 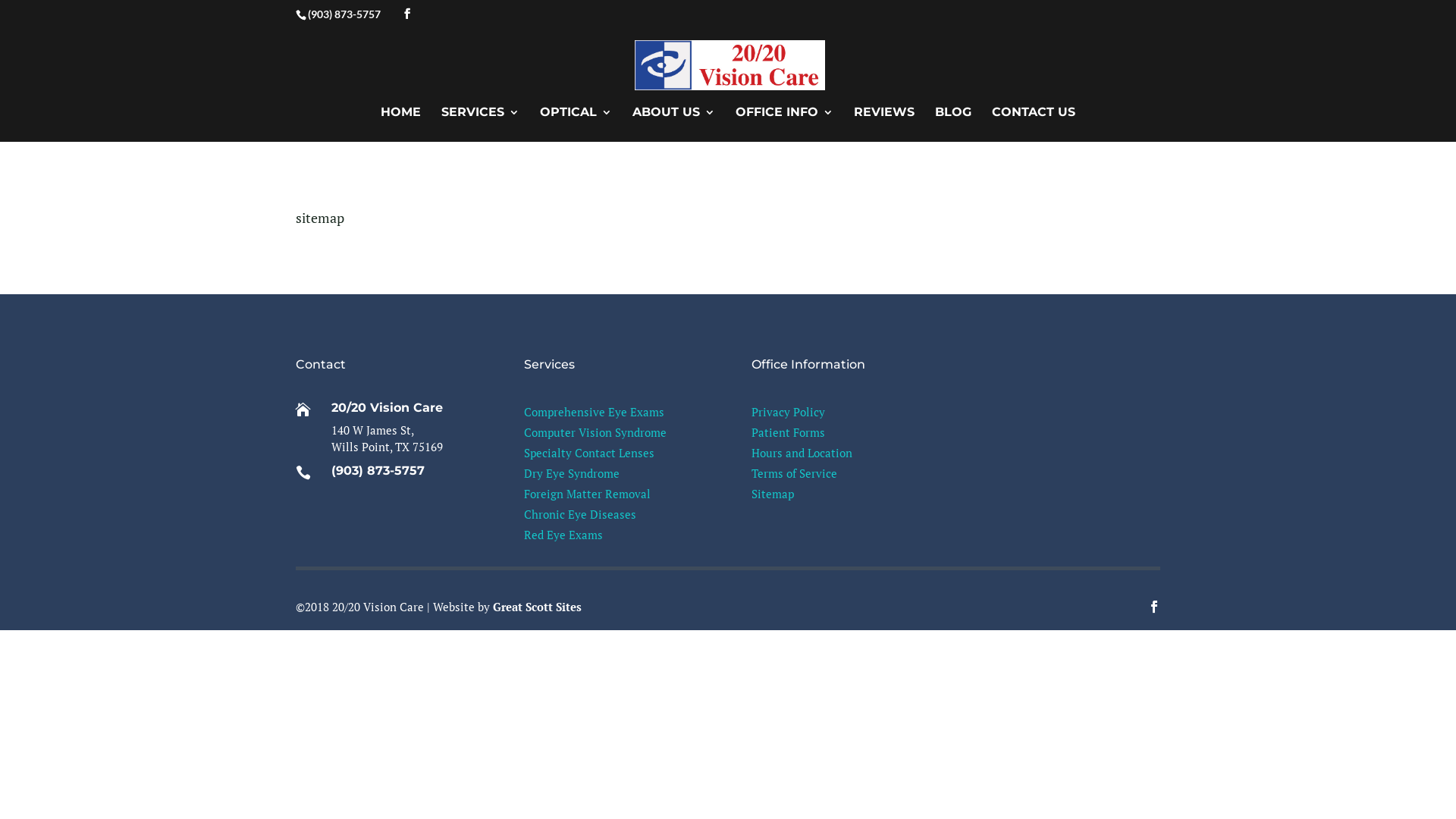 What do you see at coordinates (952, 124) in the screenshot?
I see `'BLOG'` at bounding box center [952, 124].